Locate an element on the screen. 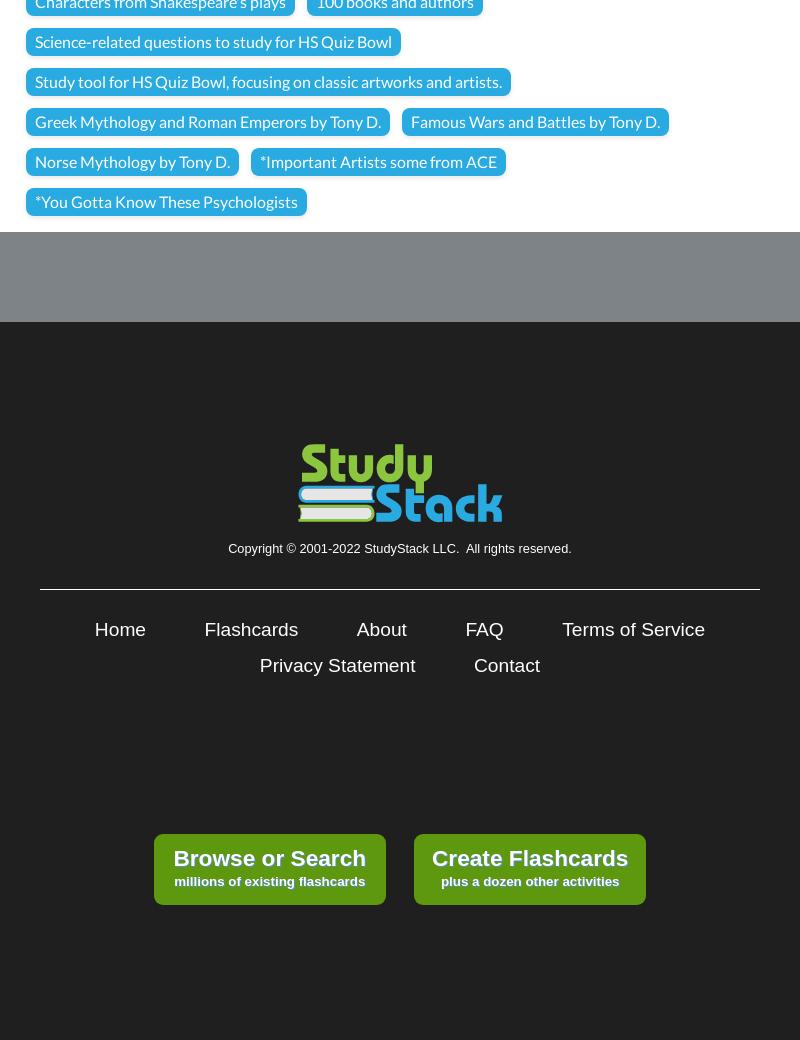 Image resolution: width=800 pixels, height=1040 pixels. 'Home' is located at coordinates (119, 628).